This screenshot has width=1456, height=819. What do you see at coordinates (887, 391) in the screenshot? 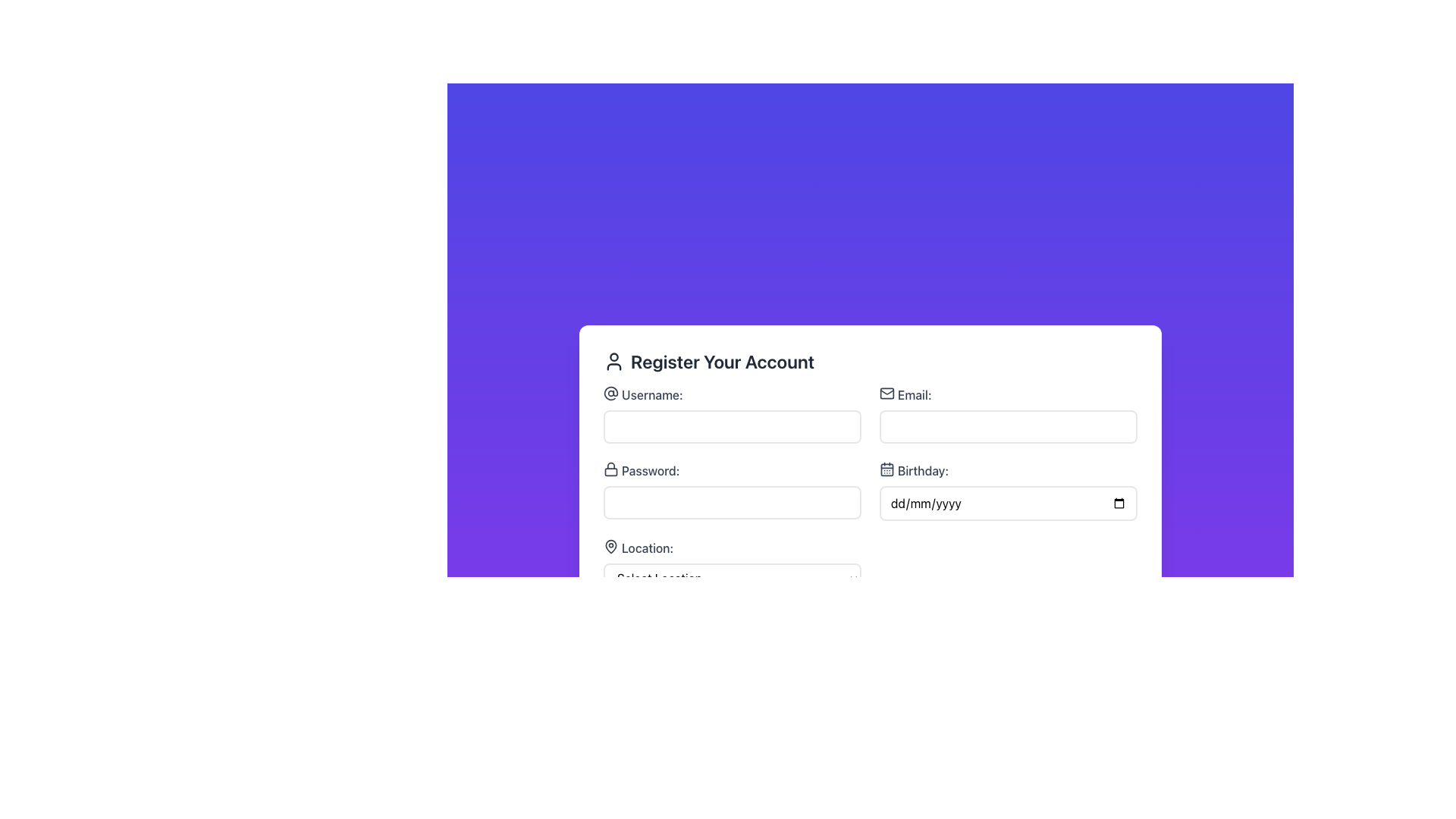
I see `the envelope flap icon of the email field to indicate its functionality` at bounding box center [887, 391].